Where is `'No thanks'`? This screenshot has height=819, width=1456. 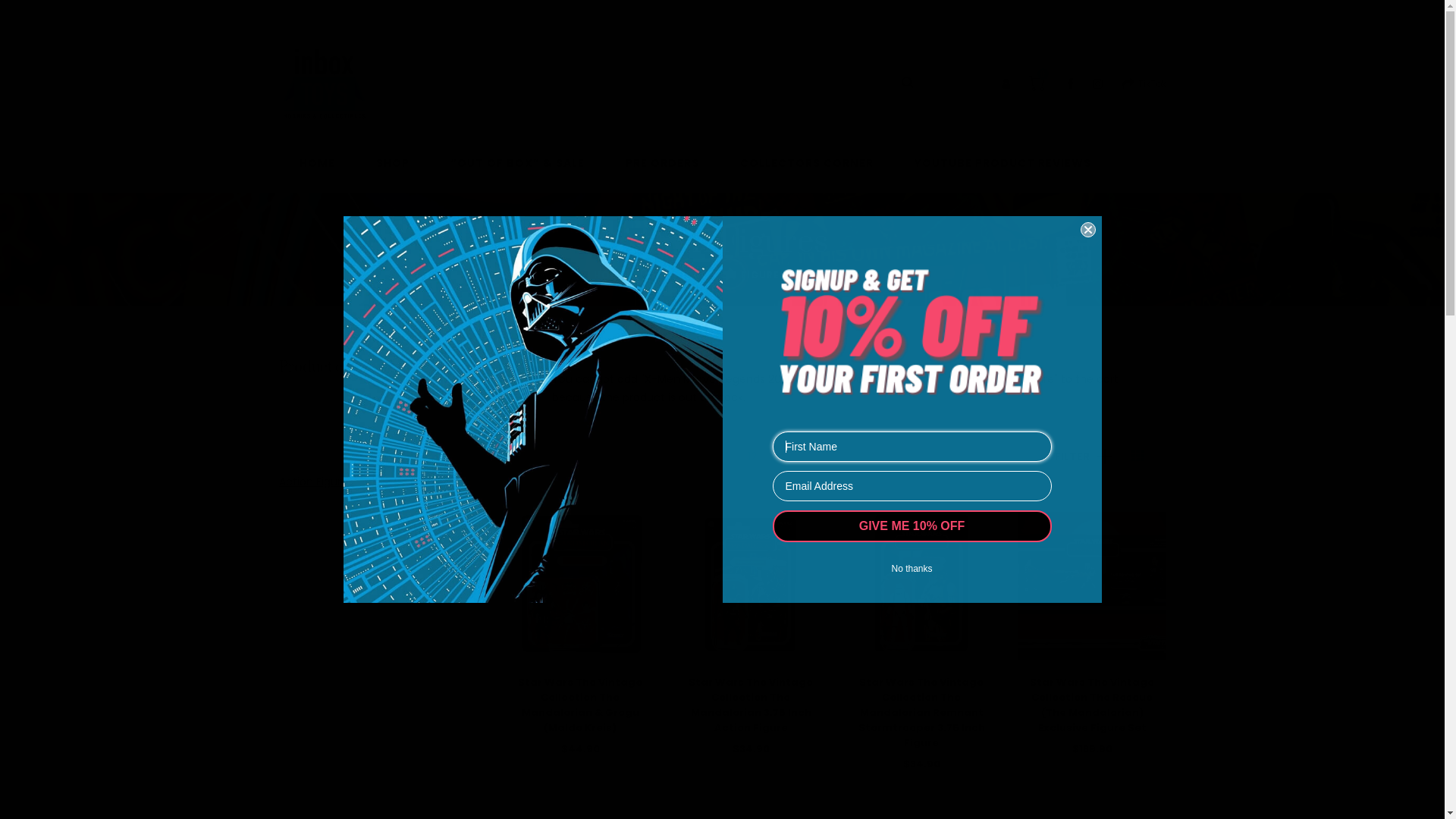 'No thanks' is located at coordinates (910, 568).